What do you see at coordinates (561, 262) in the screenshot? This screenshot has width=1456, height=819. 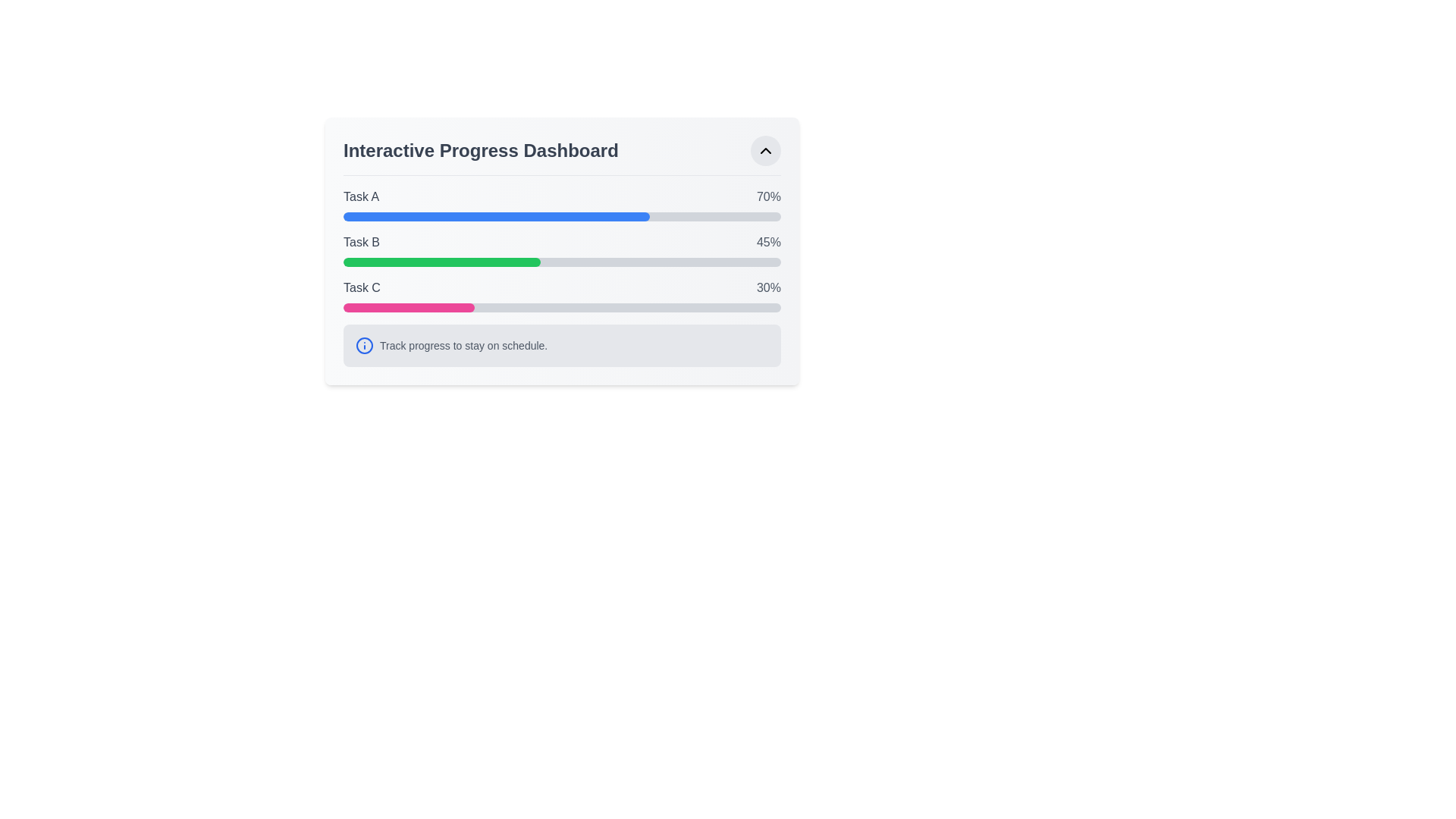 I see `progress bar that visually represents the completion of 'Task B', currently showing 45% completion, located below the 'Task B' text and above 'Task C'` at bounding box center [561, 262].